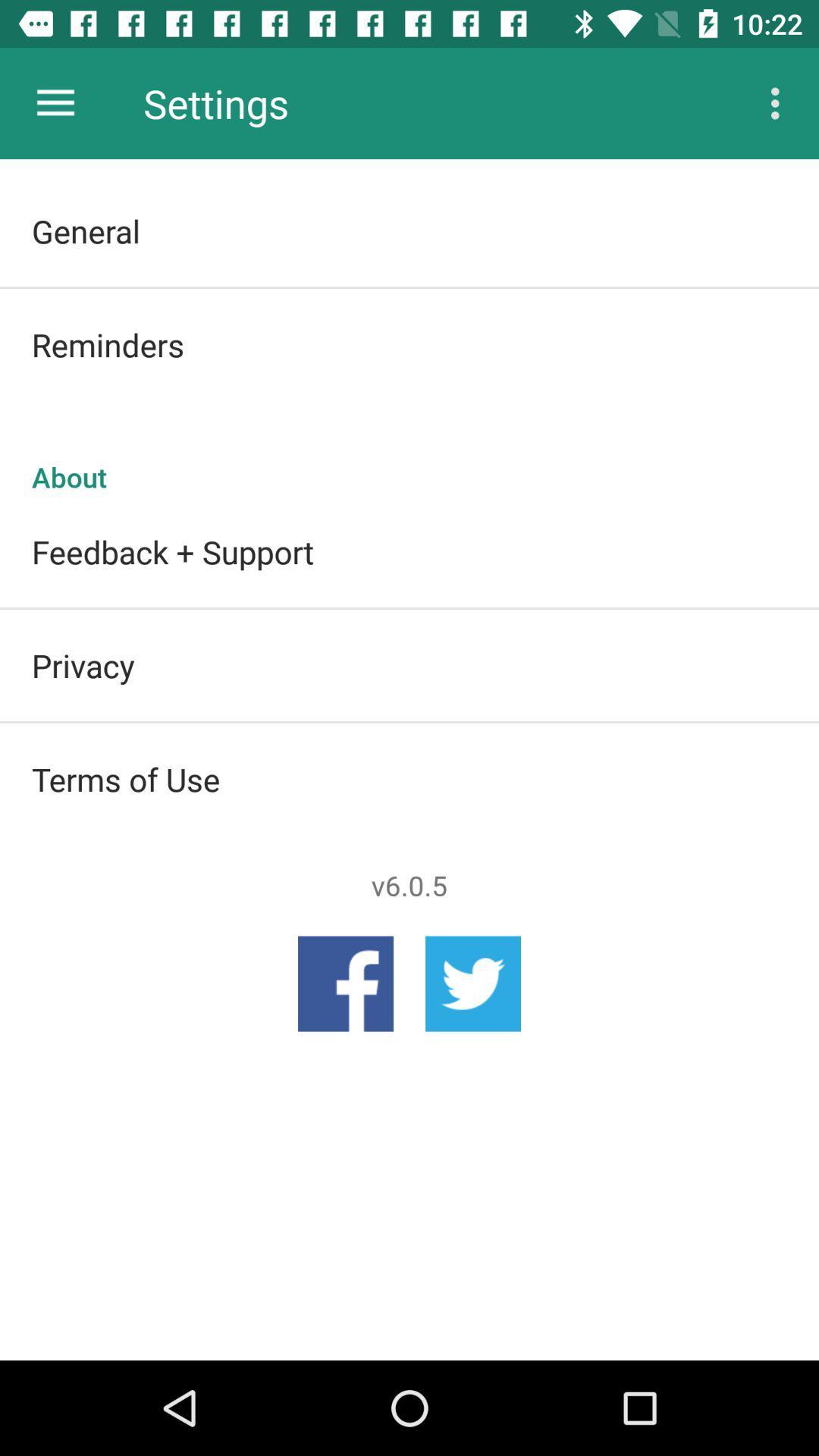 The width and height of the screenshot is (819, 1456). What do you see at coordinates (409, 551) in the screenshot?
I see `icon below the about` at bounding box center [409, 551].